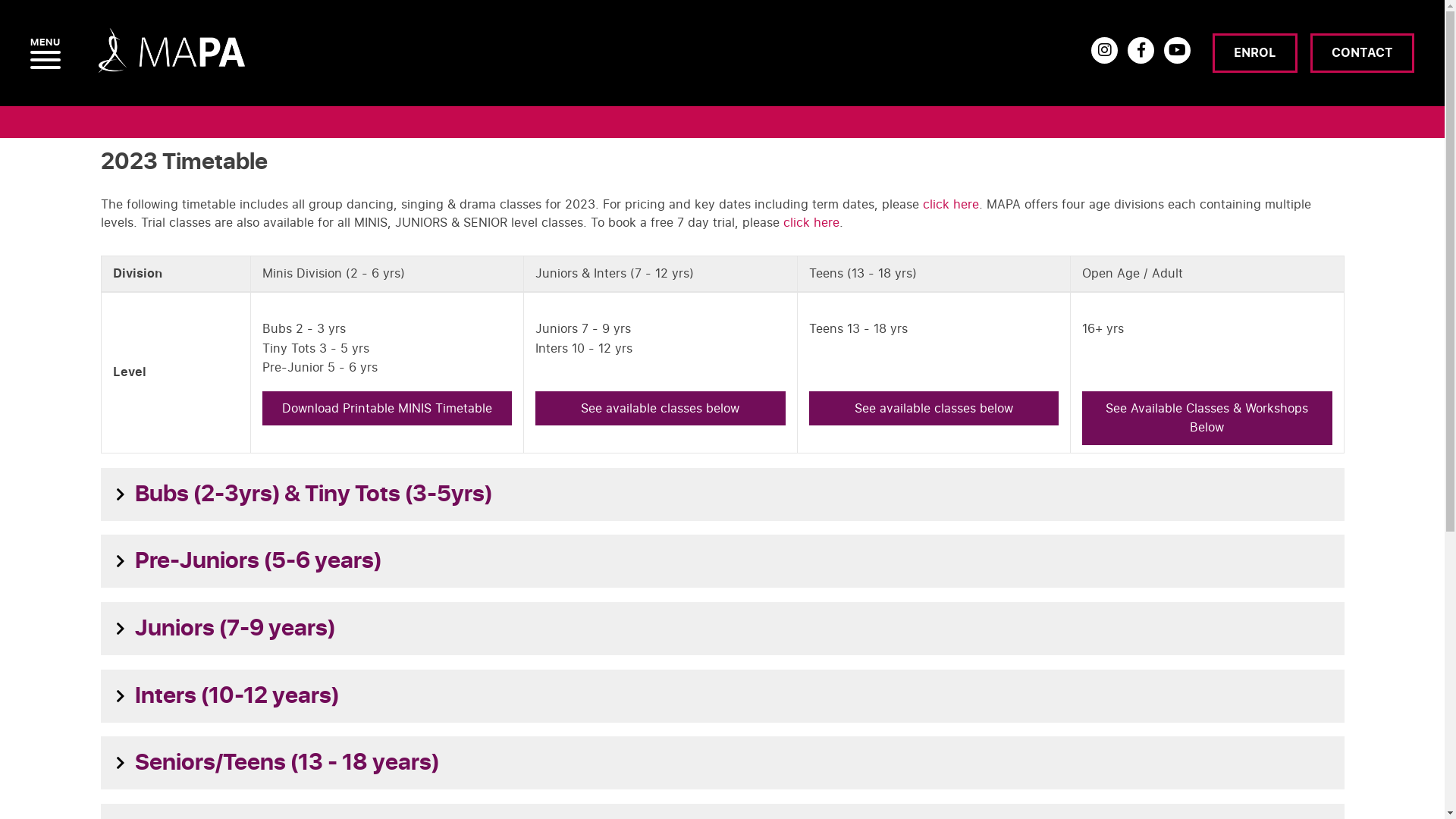 Image resolution: width=1456 pixels, height=819 pixels. I want to click on 'Follow us on Instagram', so click(1104, 49).